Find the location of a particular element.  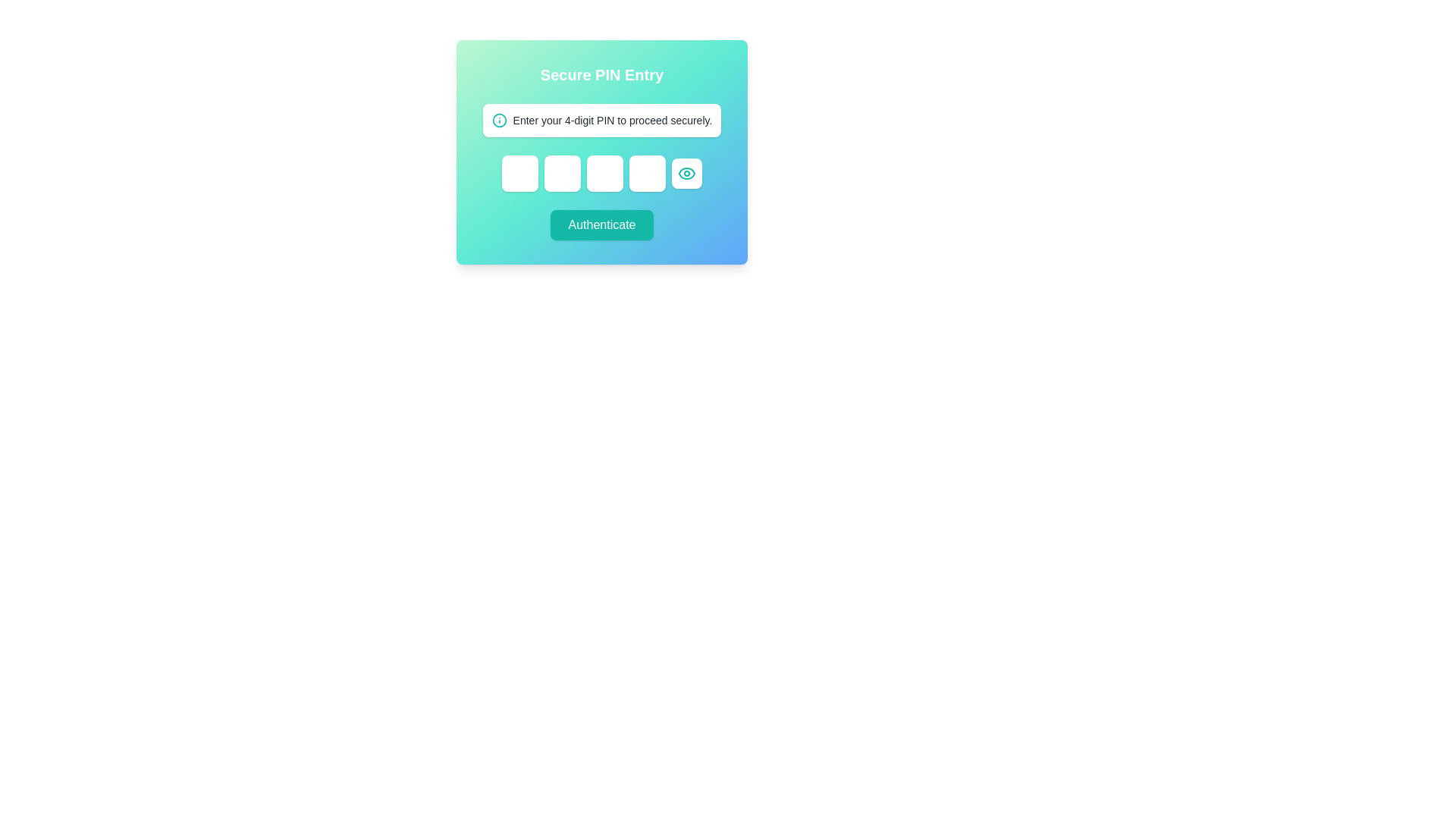

the third input box in the PIN entry interface to focus on the Password input field is located at coordinates (604, 172).